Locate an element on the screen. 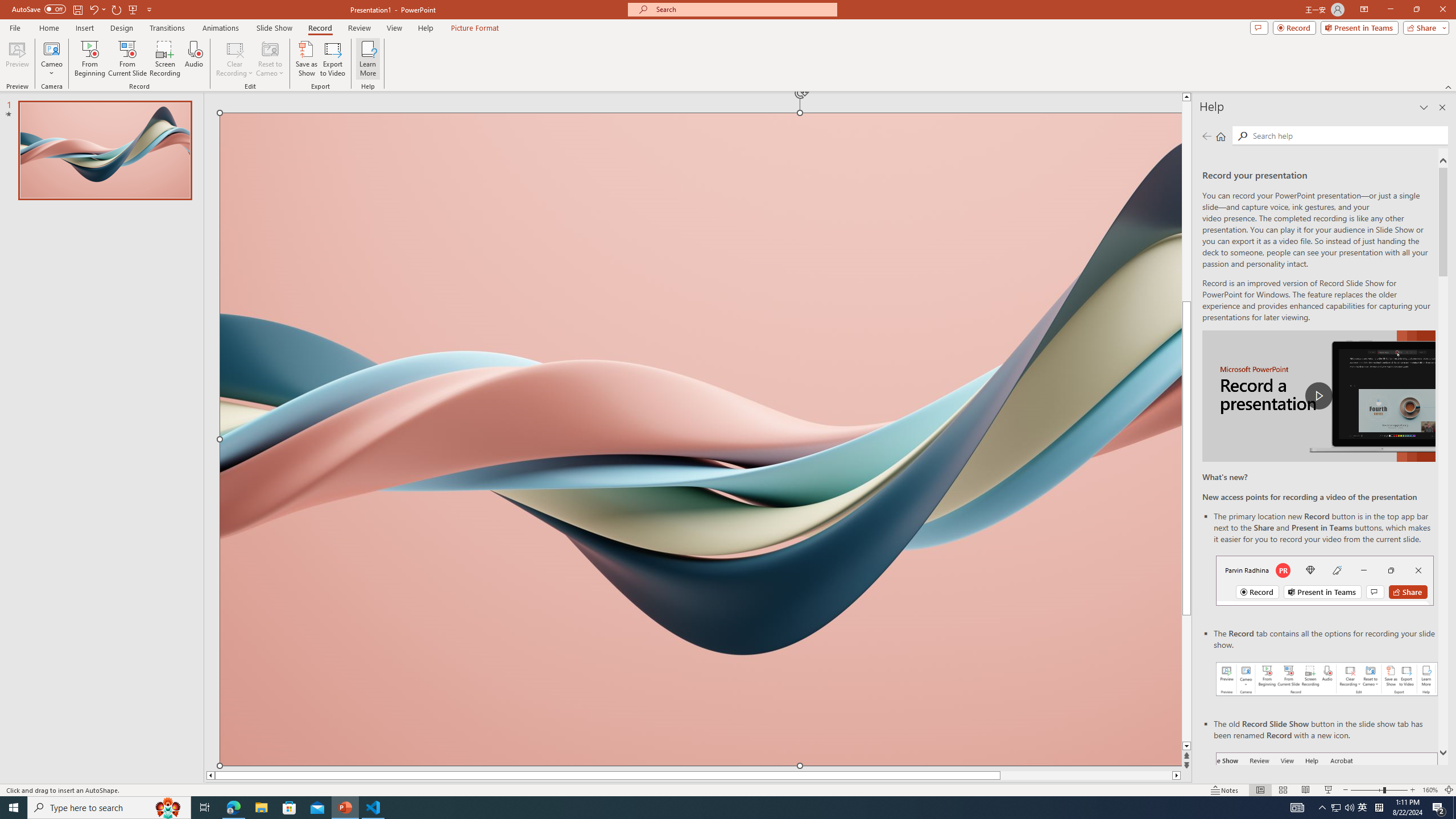 The height and width of the screenshot is (819, 1456). 'Cameo' is located at coordinates (51, 48).